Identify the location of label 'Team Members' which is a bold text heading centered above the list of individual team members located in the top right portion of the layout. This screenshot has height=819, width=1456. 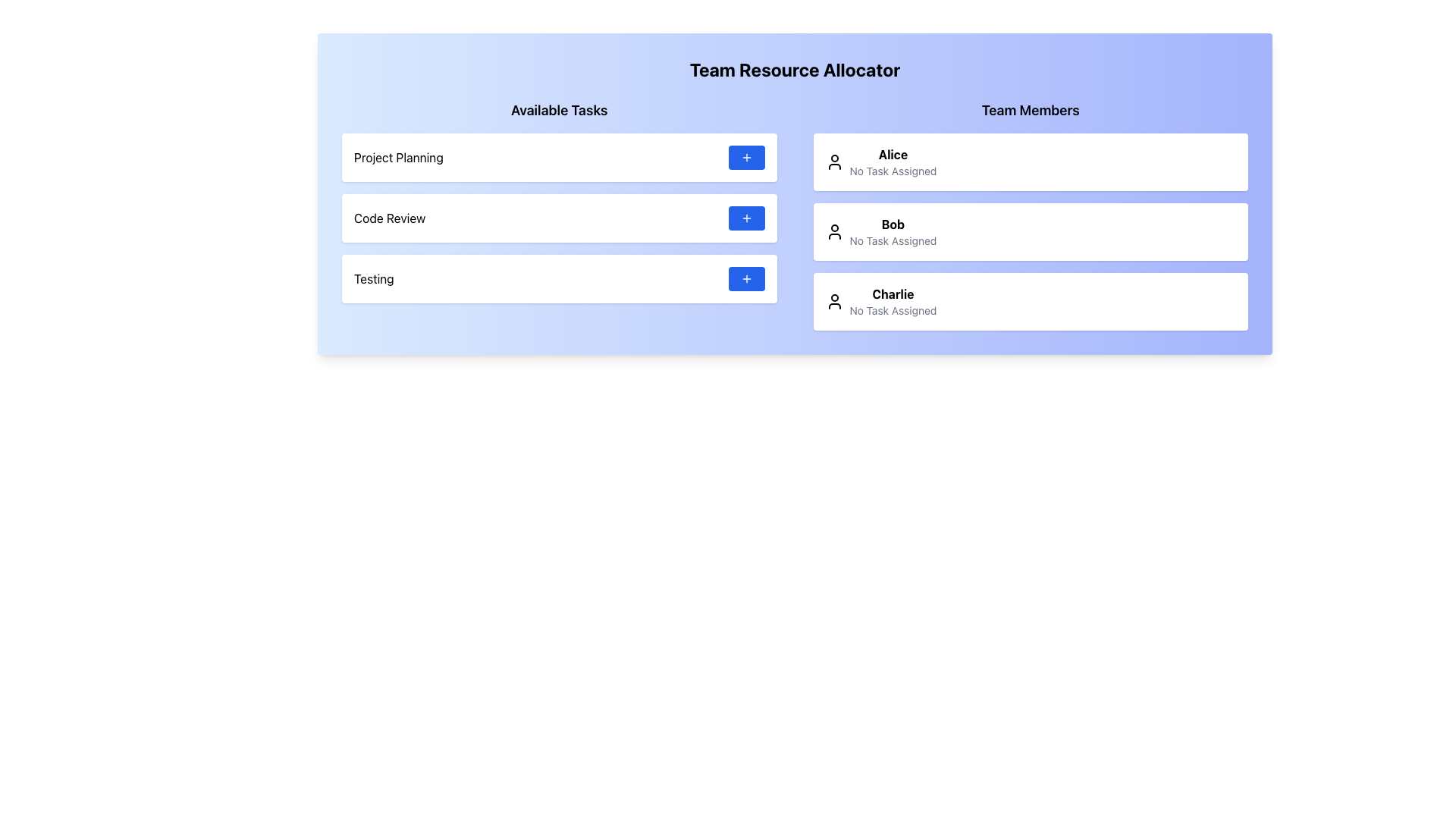
(1031, 110).